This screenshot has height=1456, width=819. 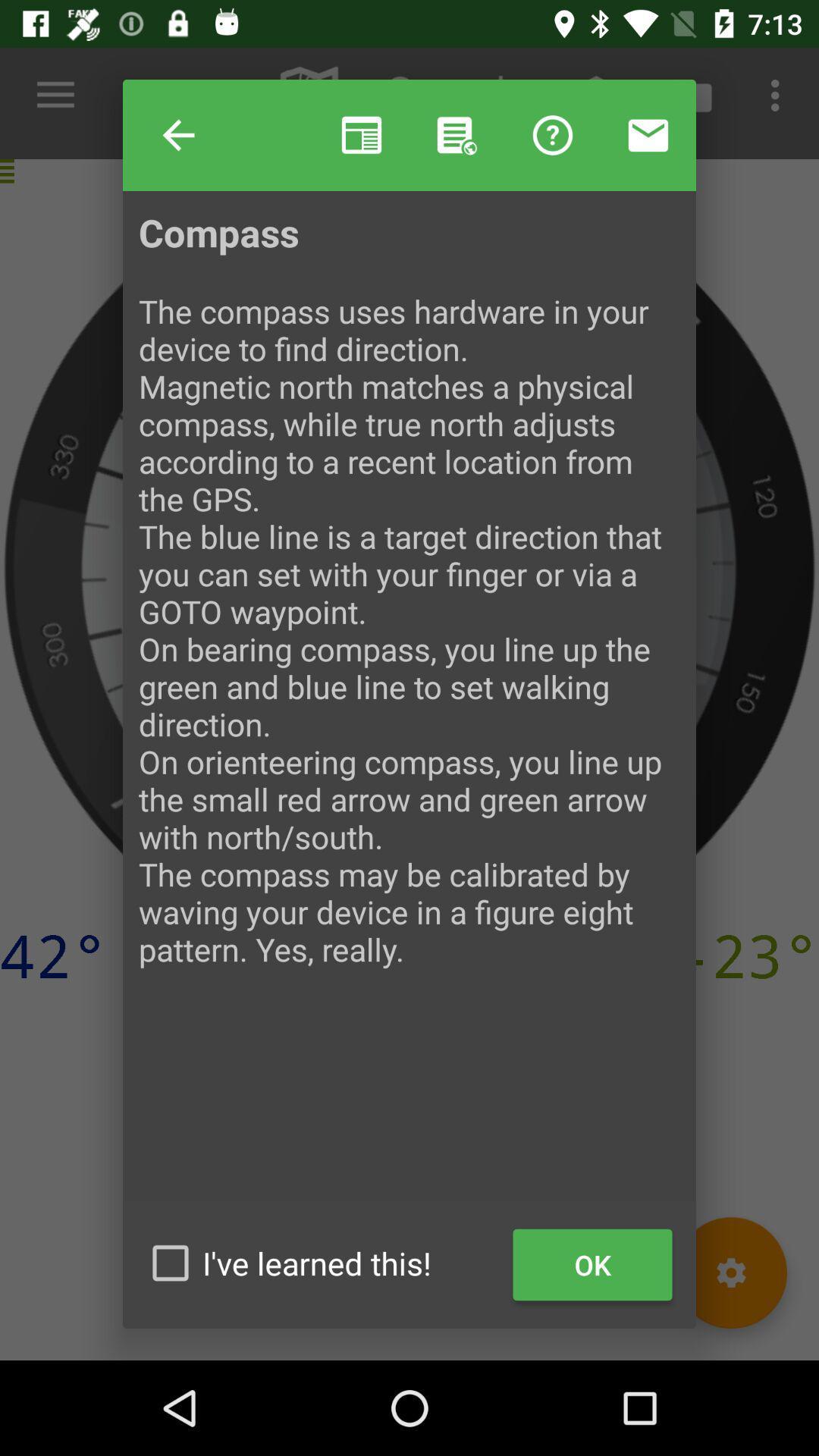 What do you see at coordinates (177, 135) in the screenshot?
I see `icon above compass the compass icon` at bounding box center [177, 135].